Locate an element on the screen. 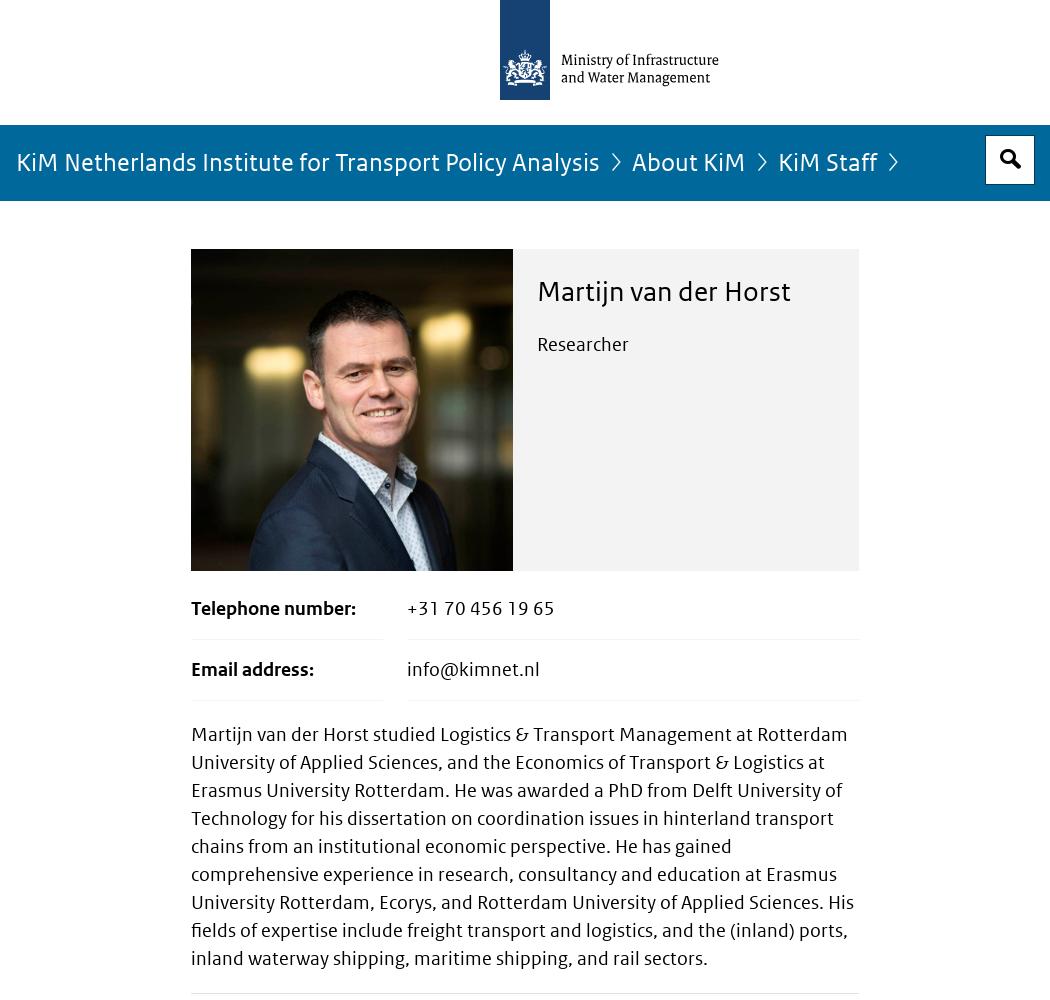  'Telephone number' is located at coordinates (270, 607).